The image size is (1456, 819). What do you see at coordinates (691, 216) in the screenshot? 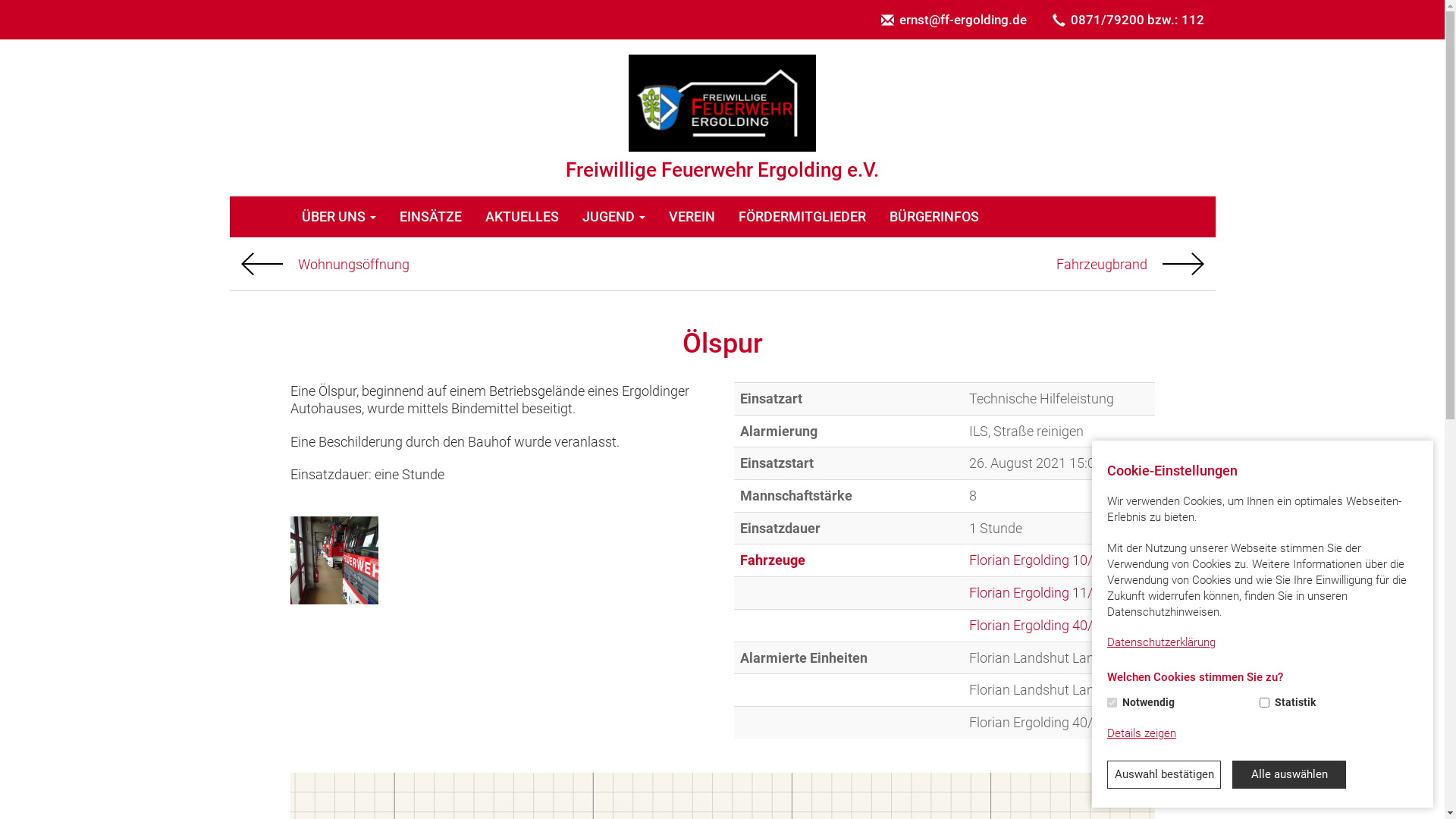
I see `'VEREIN'` at bounding box center [691, 216].